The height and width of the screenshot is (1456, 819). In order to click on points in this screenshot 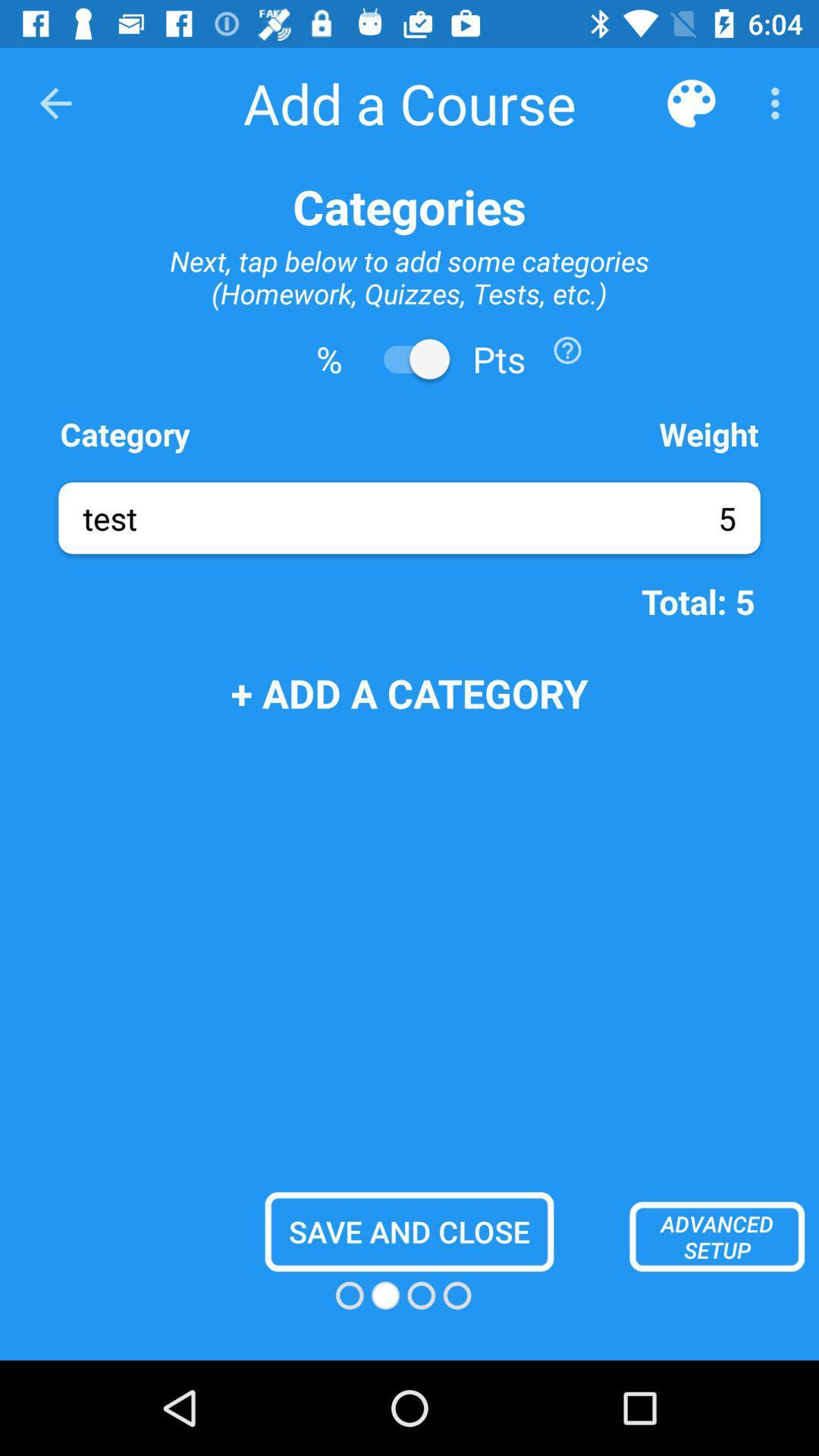, I will do `click(409, 358)`.